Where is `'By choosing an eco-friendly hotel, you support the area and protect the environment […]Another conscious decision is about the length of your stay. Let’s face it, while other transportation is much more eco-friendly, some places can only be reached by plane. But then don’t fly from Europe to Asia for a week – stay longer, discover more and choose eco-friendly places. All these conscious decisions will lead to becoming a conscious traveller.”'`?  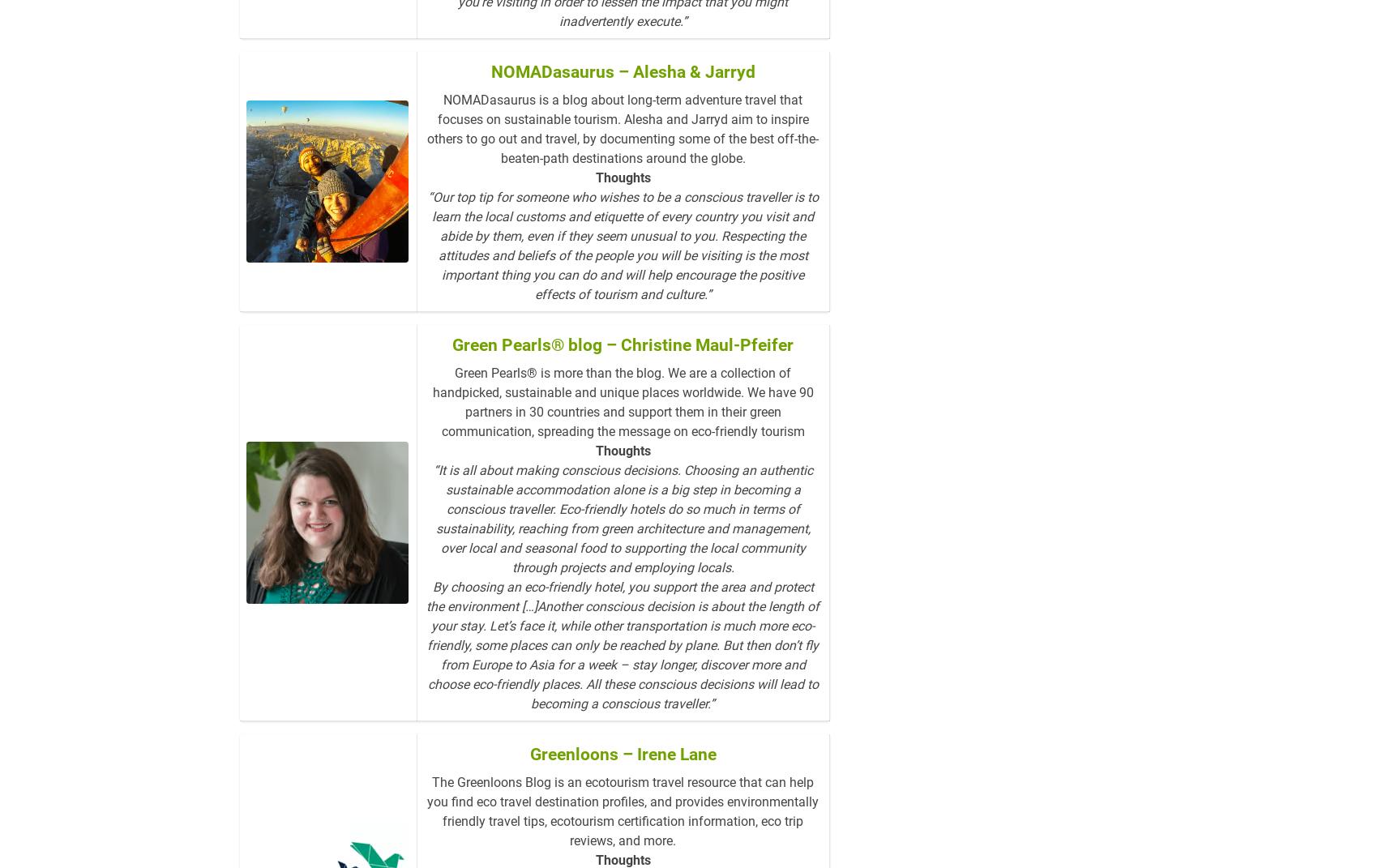
'By choosing an eco-friendly hotel, you support the area and protect the environment […]Another conscious decision is about the length of your stay. Let’s face it, while other transportation is much more eco-friendly, some places can only be reached by plane. But then don’t fly from Europe to Asia for a week – stay longer, discover more and choose eco-friendly places. All these conscious decisions will lead to becoming a conscious traveller.”' is located at coordinates (622, 644).